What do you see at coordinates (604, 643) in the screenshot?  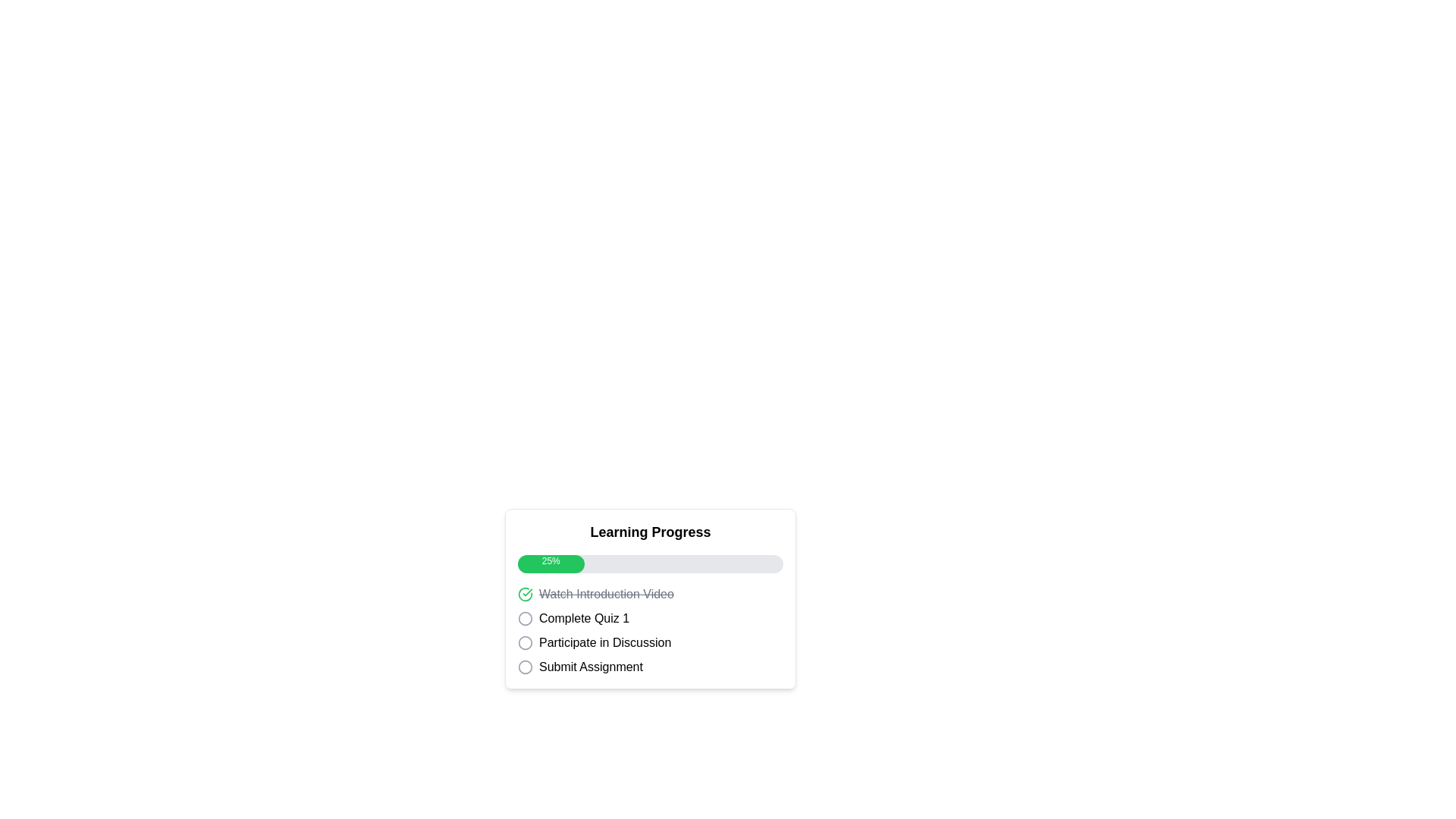 I see `the text label that indicates a task in the progress tracker, positioned between 'Complete Quiz 1' and 'Submit Assignment'` at bounding box center [604, 643].